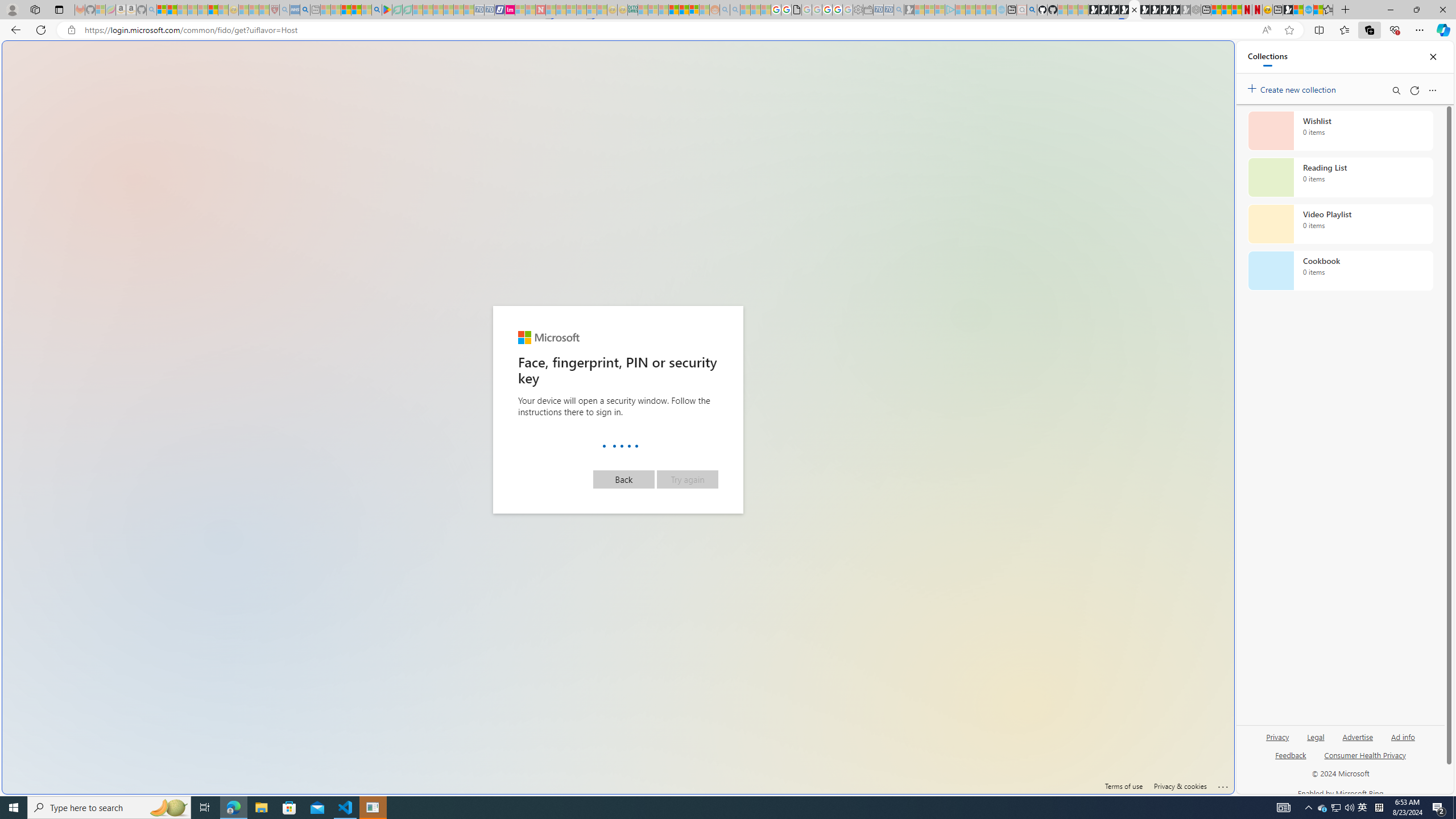  What do you see at coordinates (857, 9) in the screenshot?
I see `'Settings - Sleeping'` at bounding box center [857, 9].